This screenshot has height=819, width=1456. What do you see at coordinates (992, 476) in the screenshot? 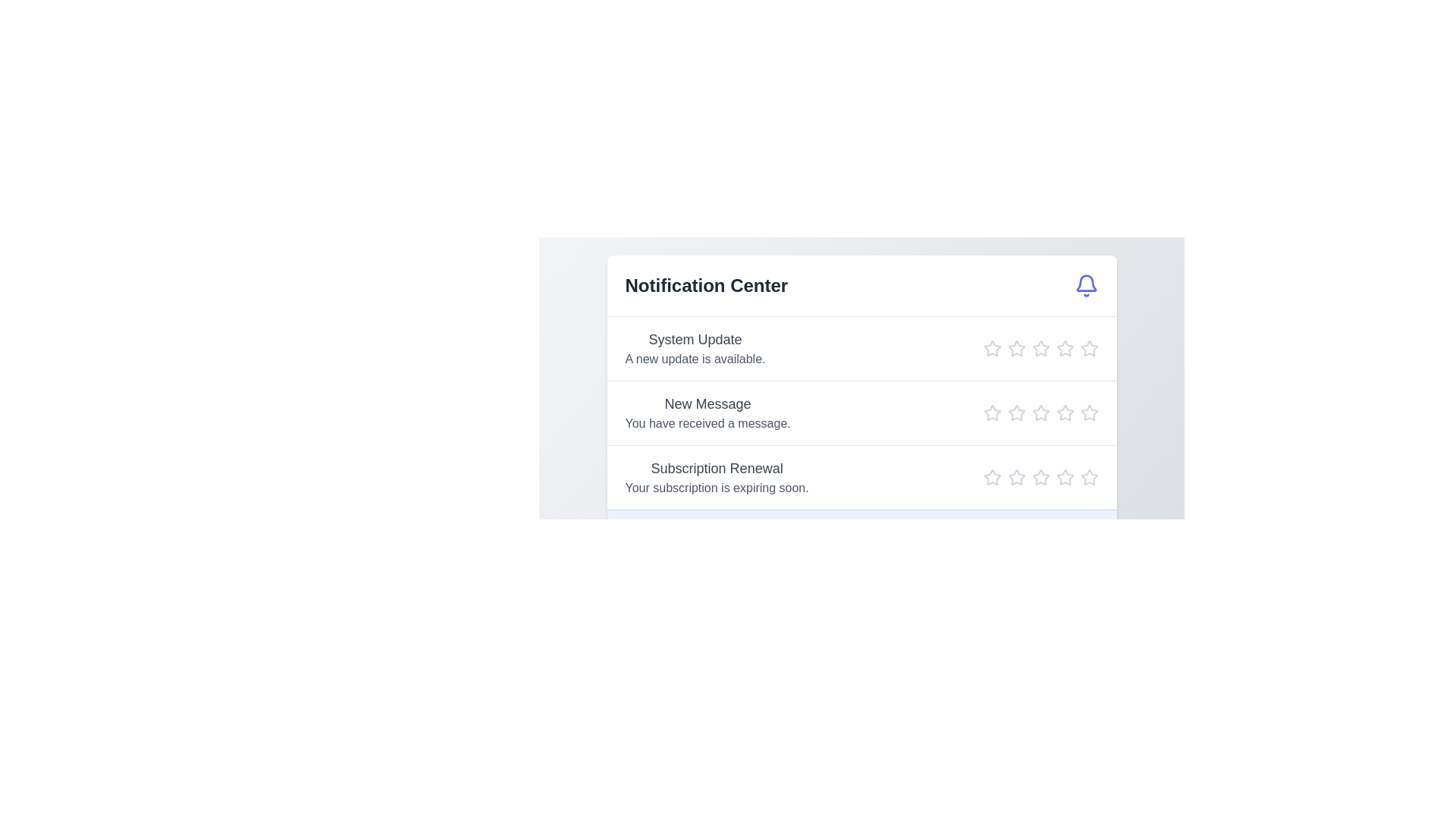
I see `the star icon to set the rating to 1 for the notification titled 'Subscription Renewal'` at bounding box center [992, 476].